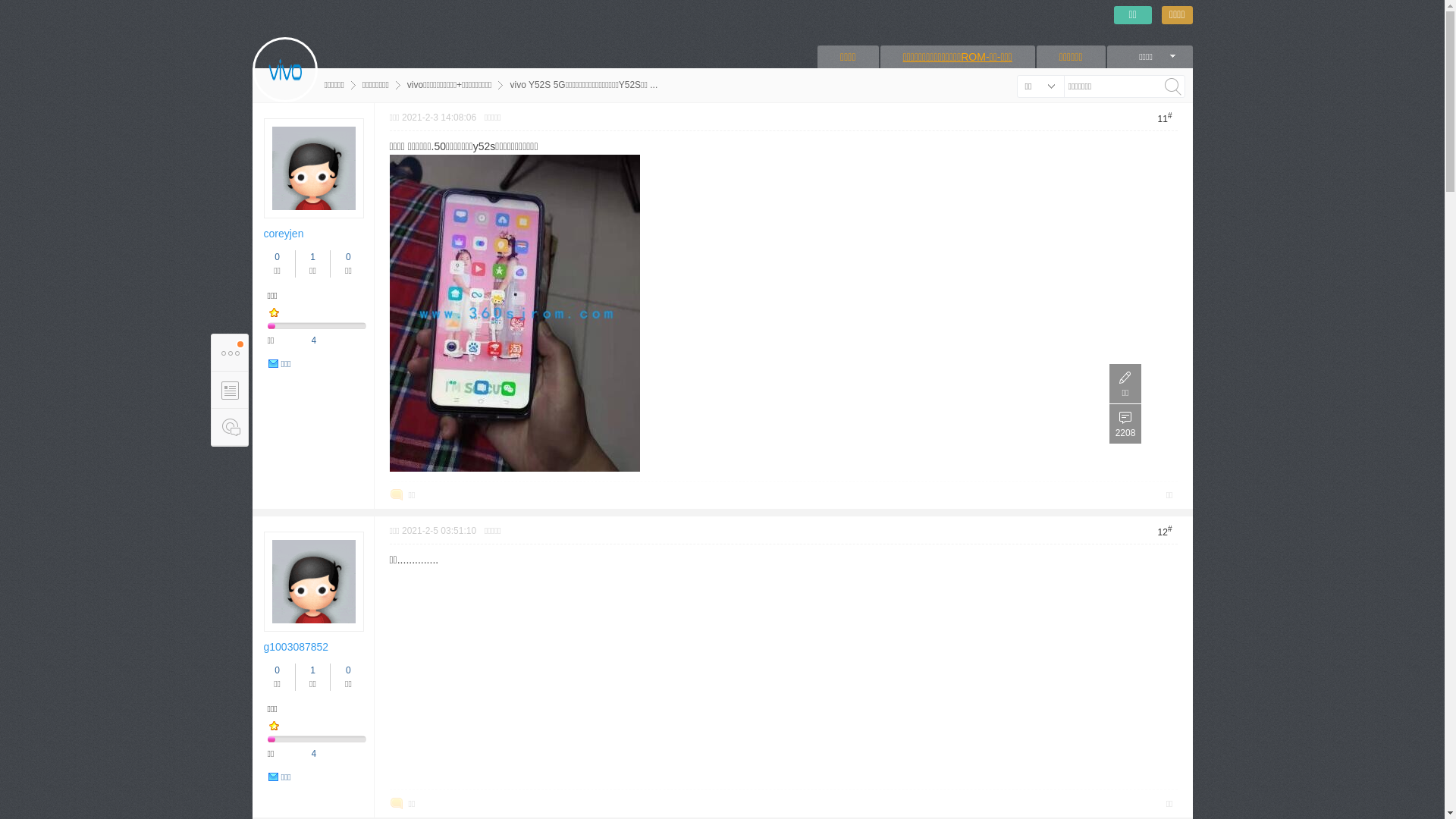  I want to click on 'coreyjen', so click(284, 234).